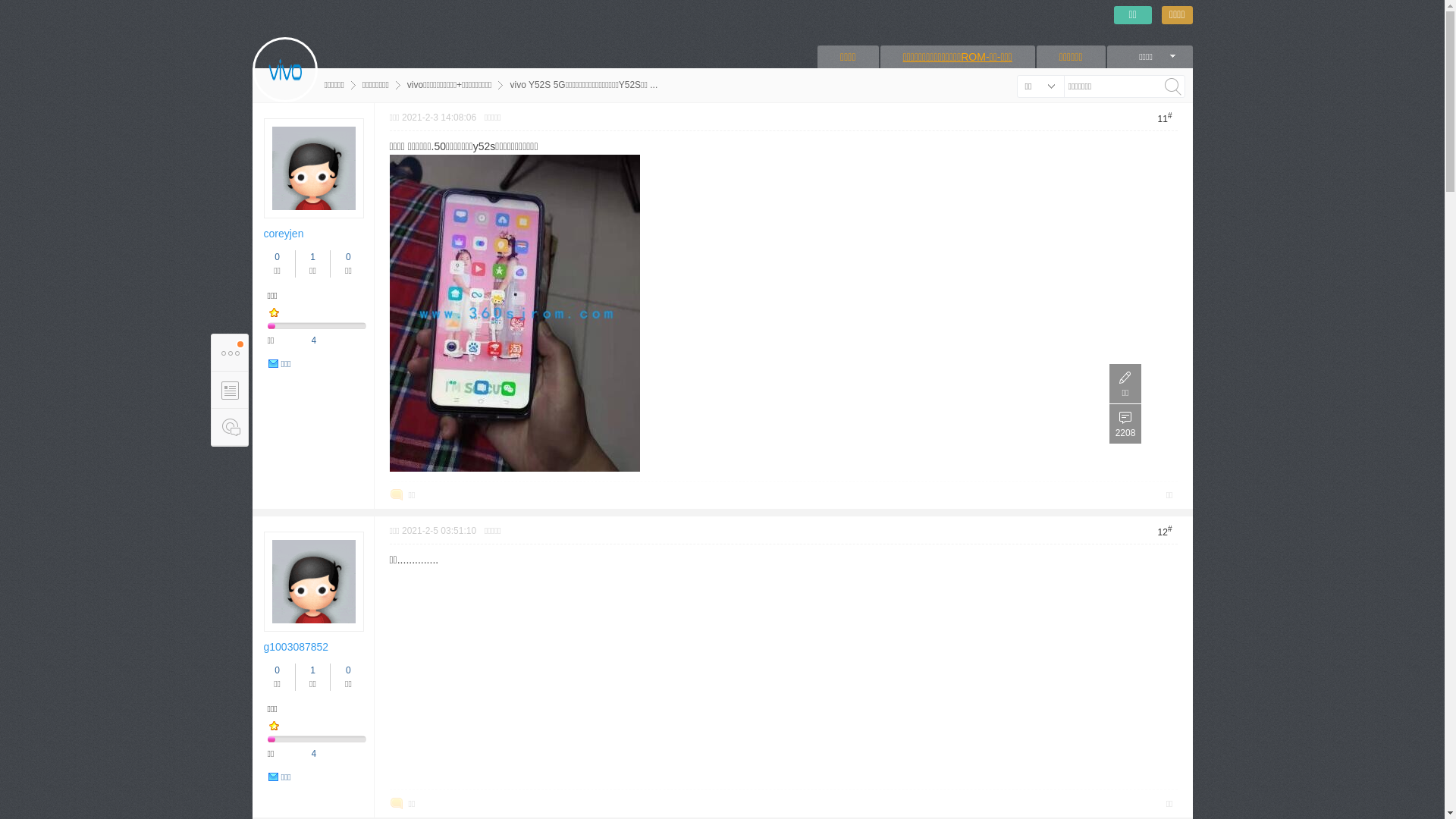  I want to click on 'coreyjen', so click(284, 234).